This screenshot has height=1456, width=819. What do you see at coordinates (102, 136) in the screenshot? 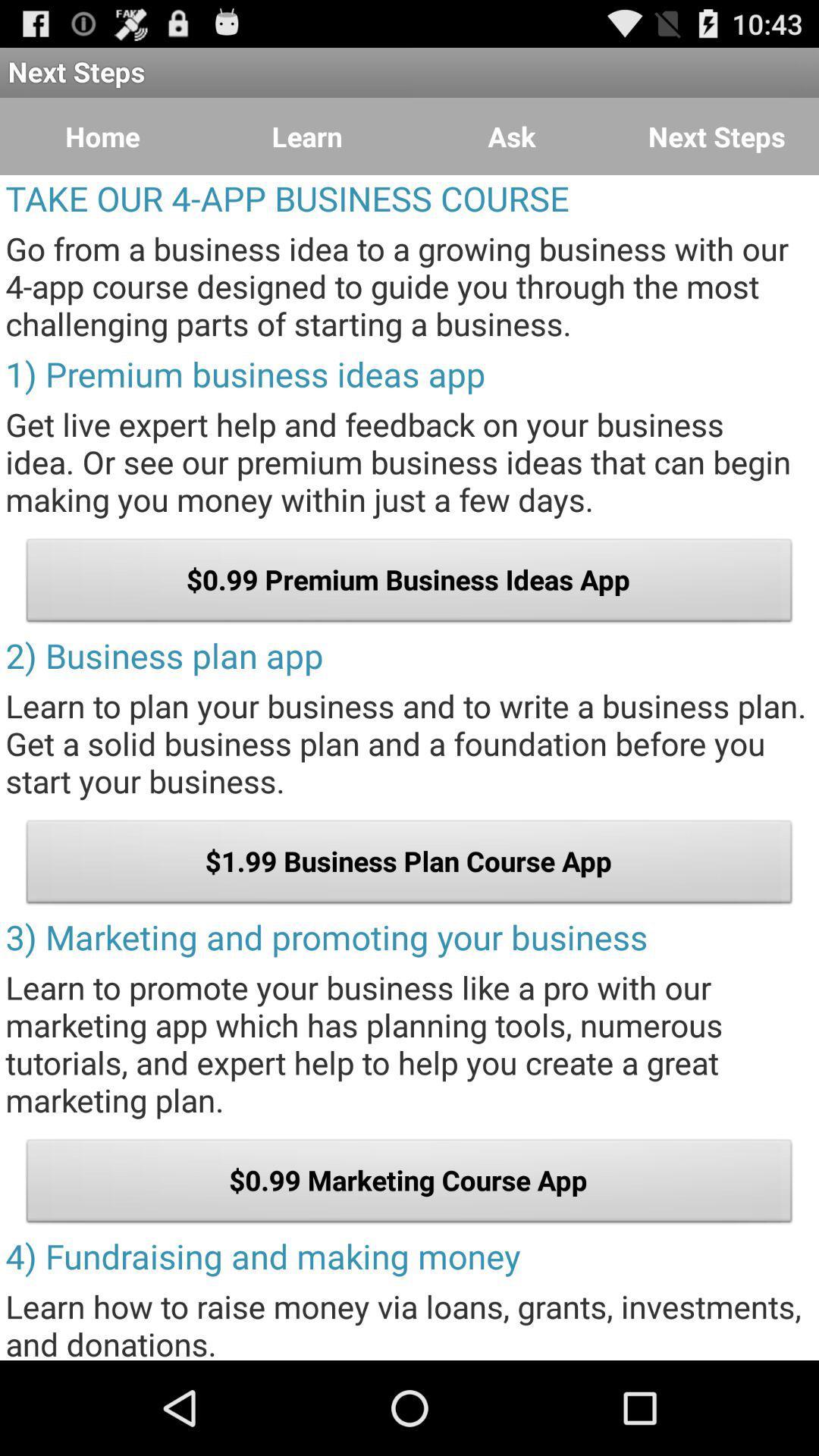
I see `the home icon` at bounding box center [102, 136].